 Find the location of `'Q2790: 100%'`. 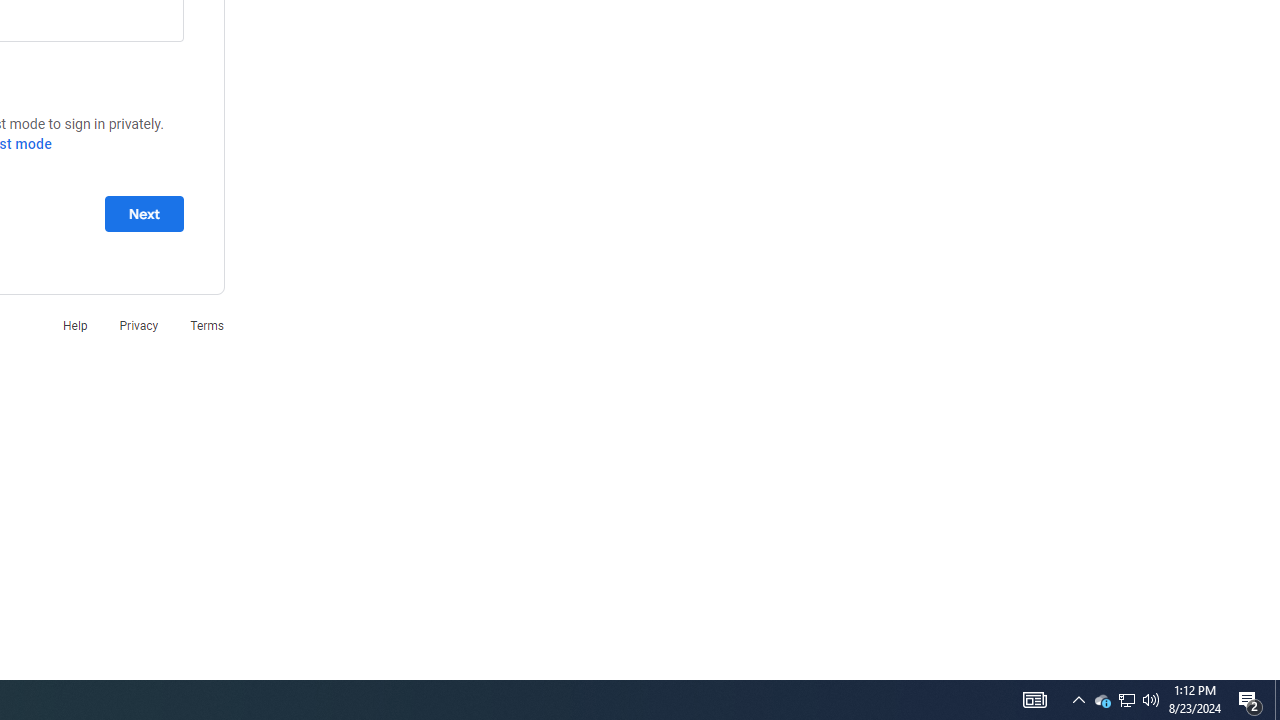

'Q2790: 100%' is located at coordinates (1101, 698).